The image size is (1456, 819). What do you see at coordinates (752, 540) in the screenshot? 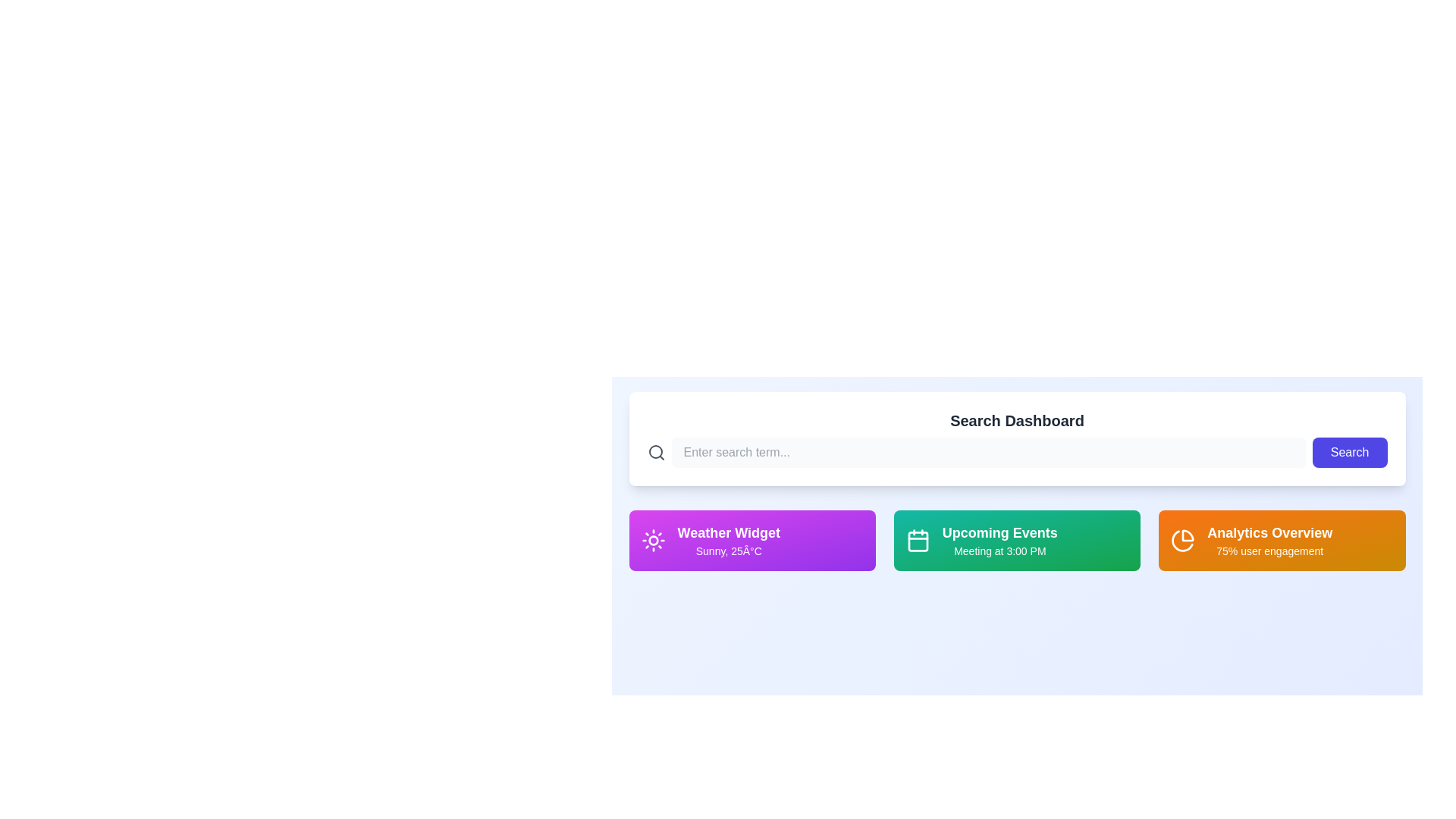
I see `the Weather Widget card, which is a rectangular card with a gradient background from fuchsia to purple, featuring a white sun icon on the left and the text 'Weather Widget' in bold and 'Sunny, 25°C' below it, both in white and aligned to the left` at bounding box center [752, 540].